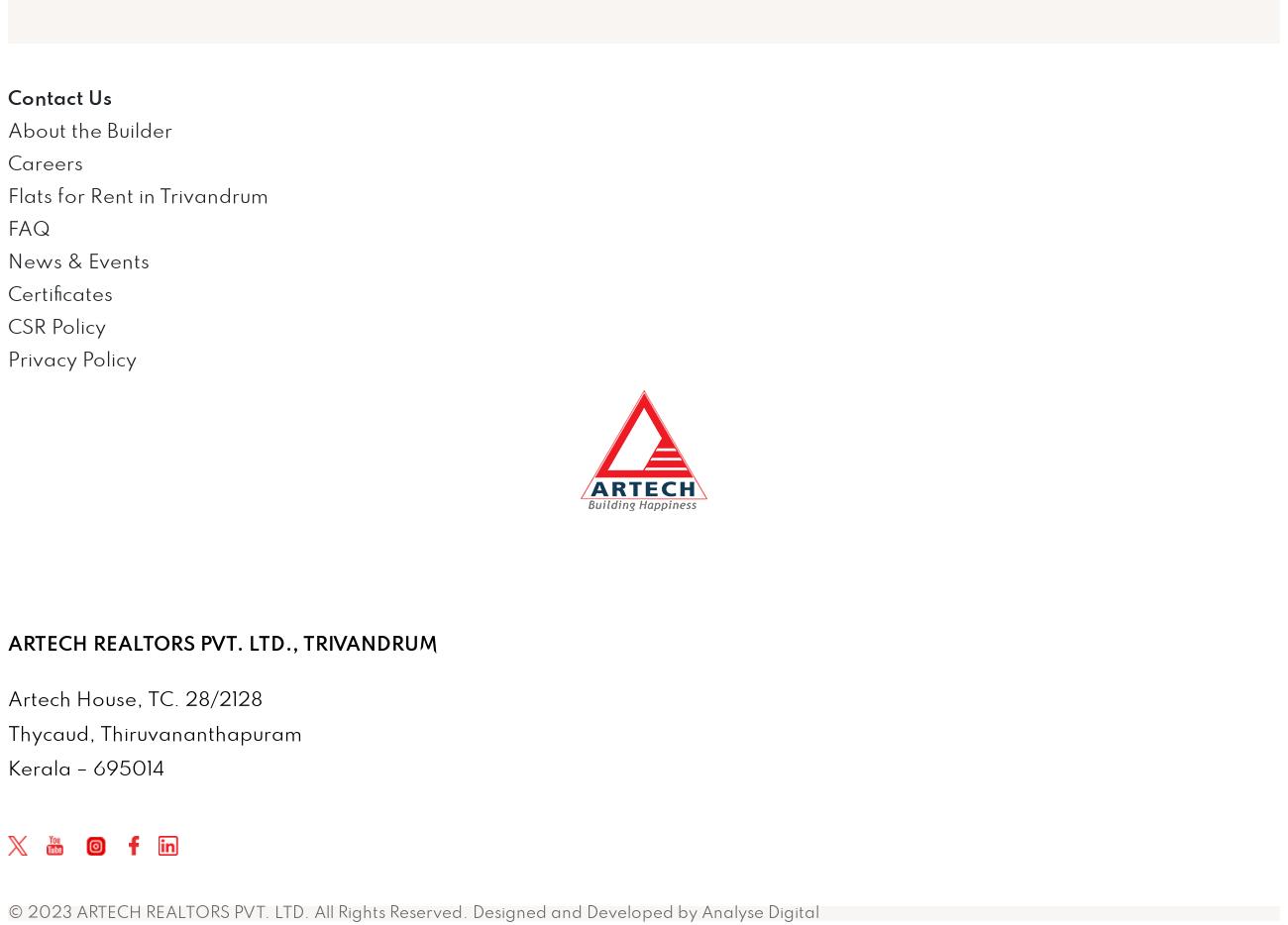 This screenshot has width=1288, height=925. What do you see at coordinates (45, 163) in the screenshot?
I see `'Careers'` at bounding box center [45, 163].